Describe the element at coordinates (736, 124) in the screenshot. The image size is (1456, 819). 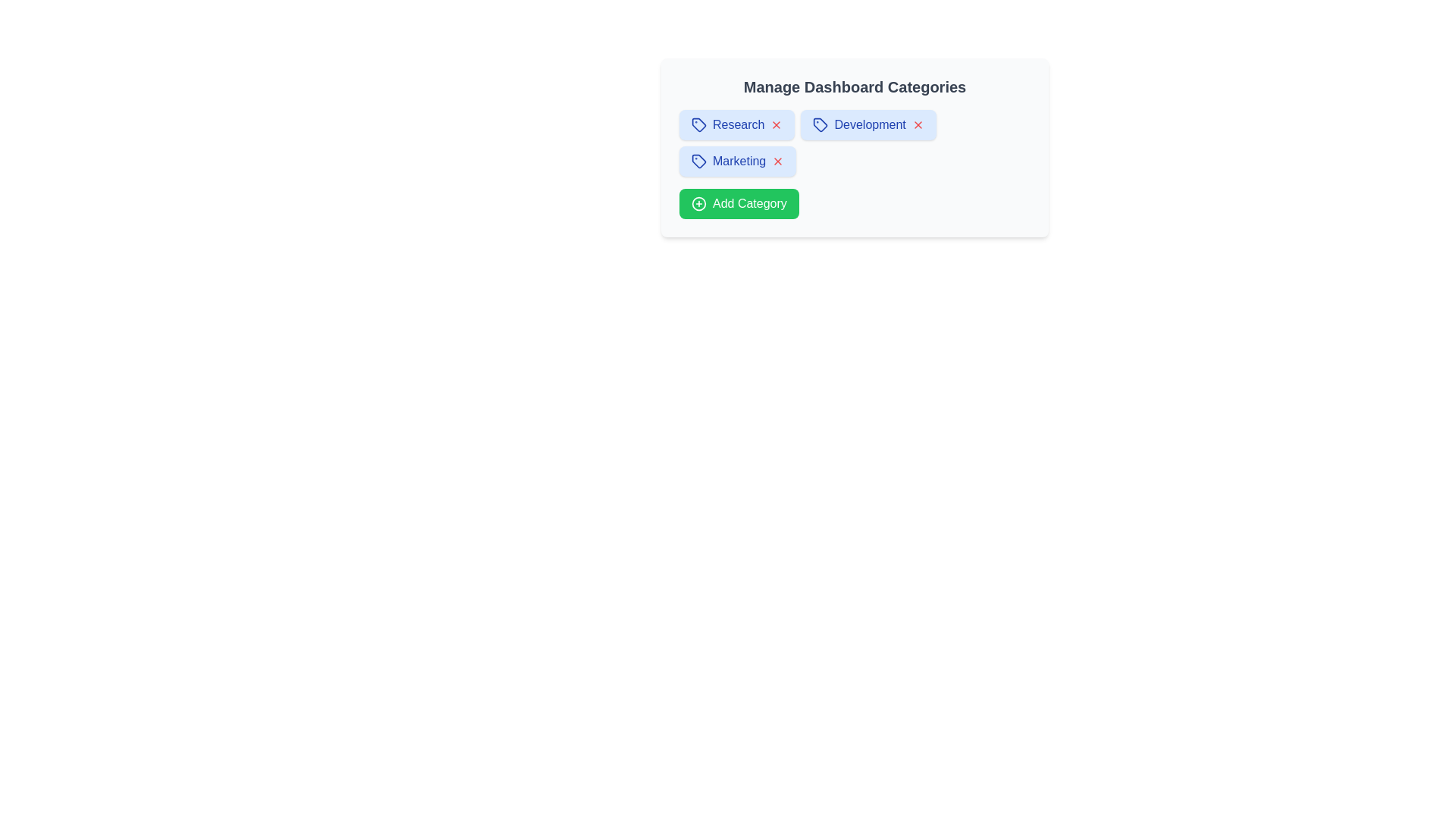
I see `the category chip labeled Research` at that location.